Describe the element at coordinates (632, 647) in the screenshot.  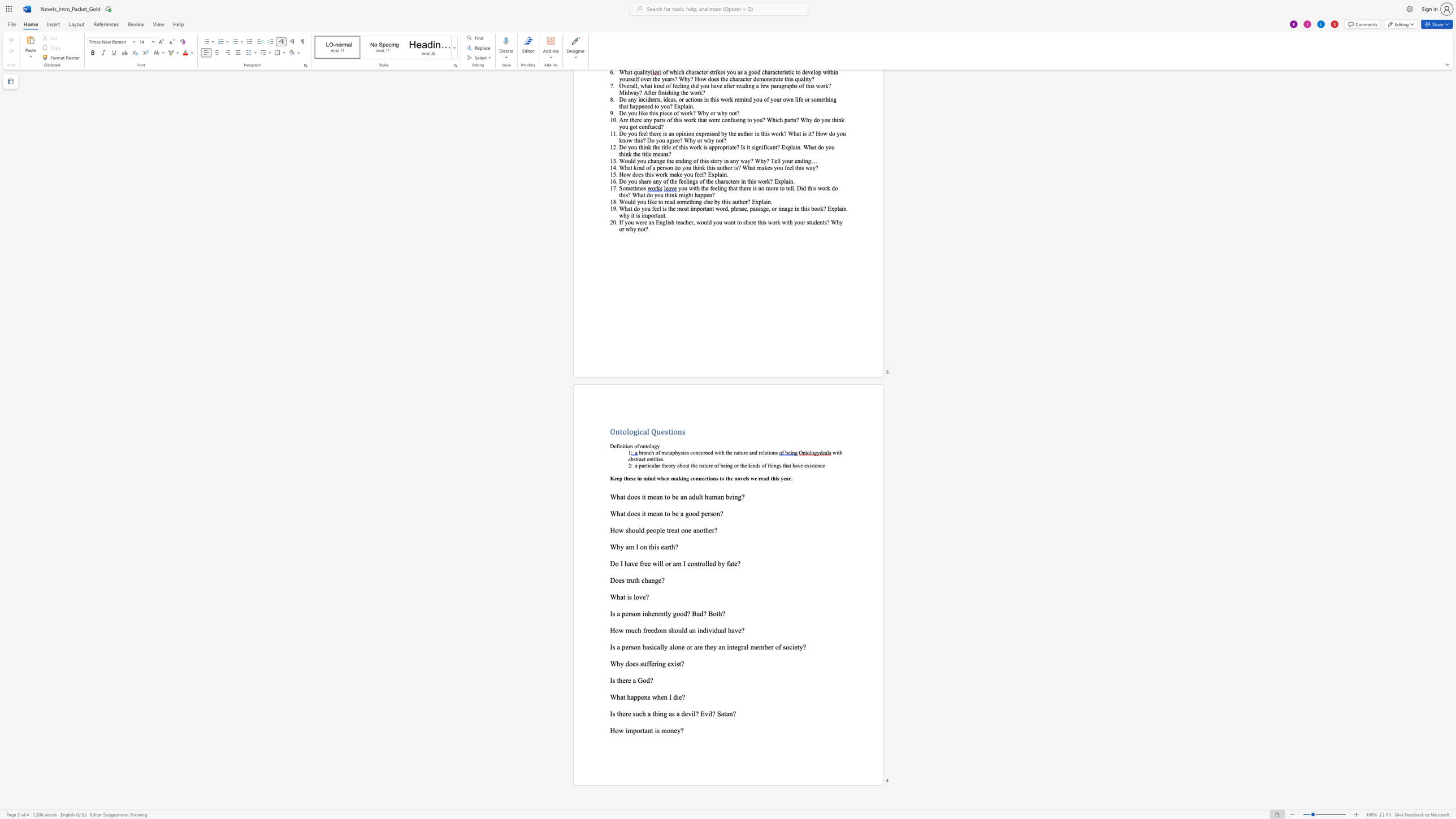
I see `the 2th character "s" in the text` at that location.